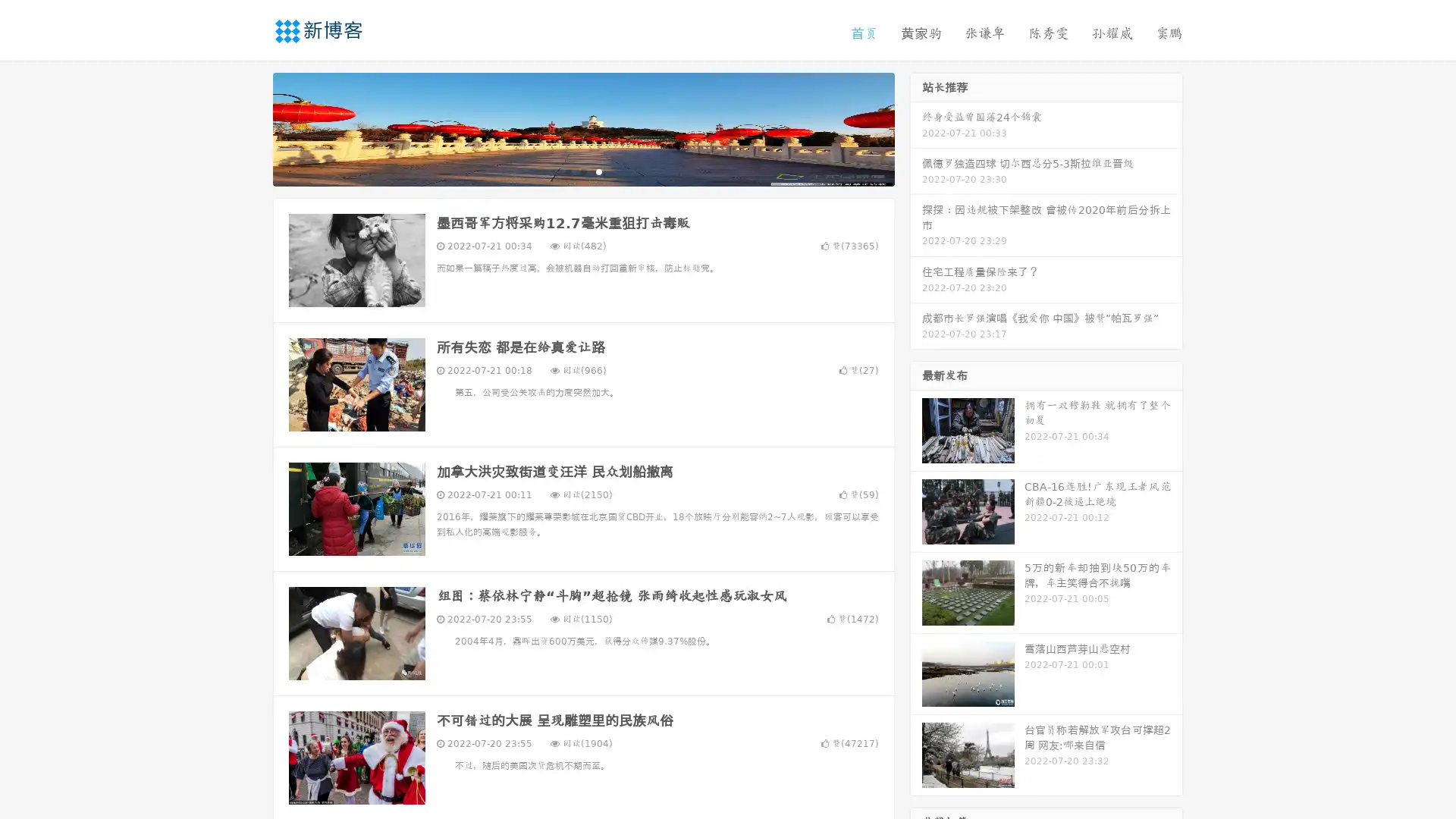 This screenshot has height=819, width=1456. What do you see at coordinates (582, 171) in the screenshot?
I see `Go to slide 2` at bounding box center [582, 171].